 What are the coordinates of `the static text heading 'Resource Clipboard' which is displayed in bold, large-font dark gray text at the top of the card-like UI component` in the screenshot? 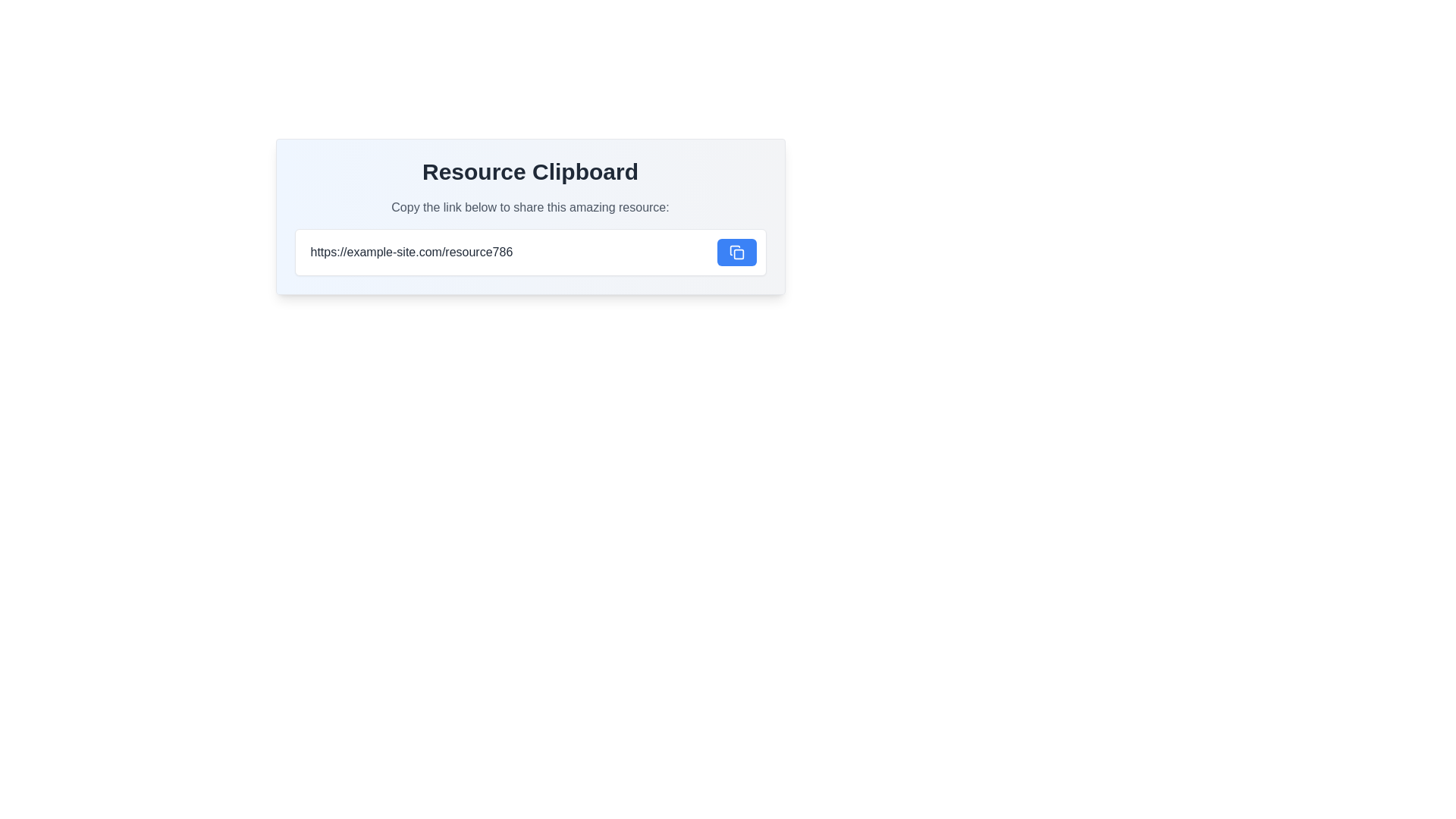 It's located at (530, 171).